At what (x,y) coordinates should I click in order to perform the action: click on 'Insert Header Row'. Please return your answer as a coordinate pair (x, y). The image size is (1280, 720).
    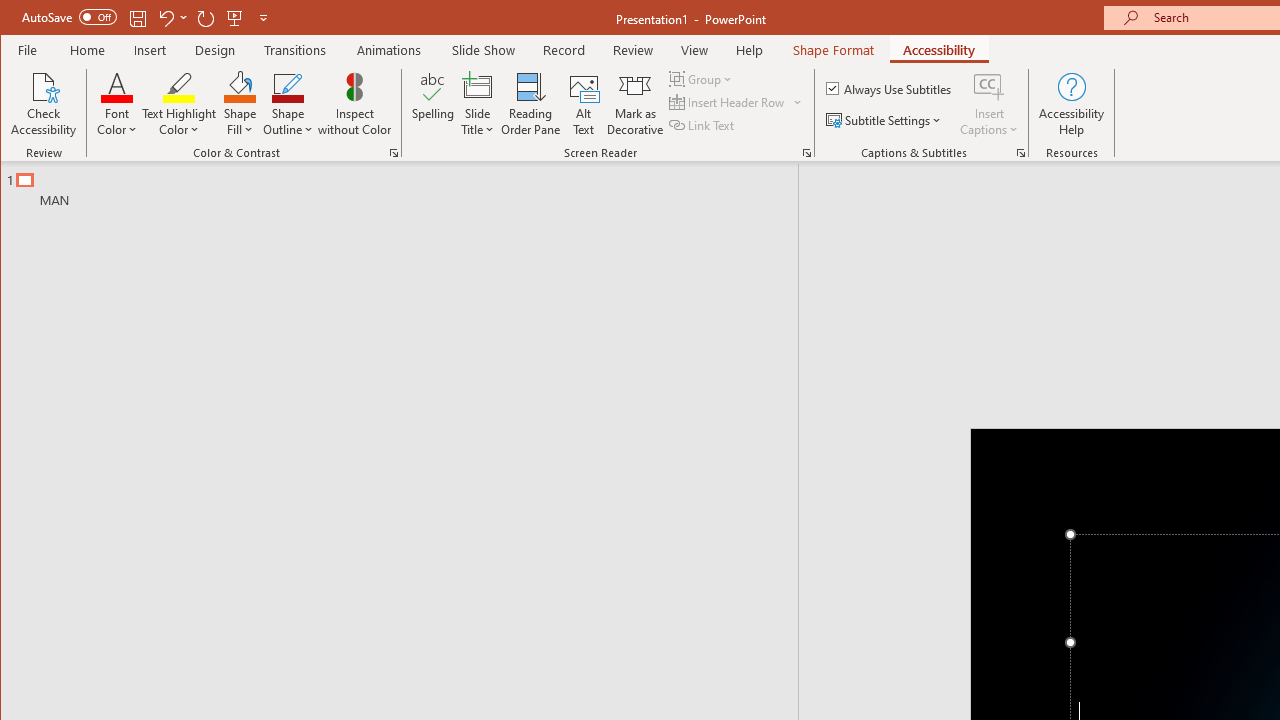
    Looking at the image, I should click on (735, 102).